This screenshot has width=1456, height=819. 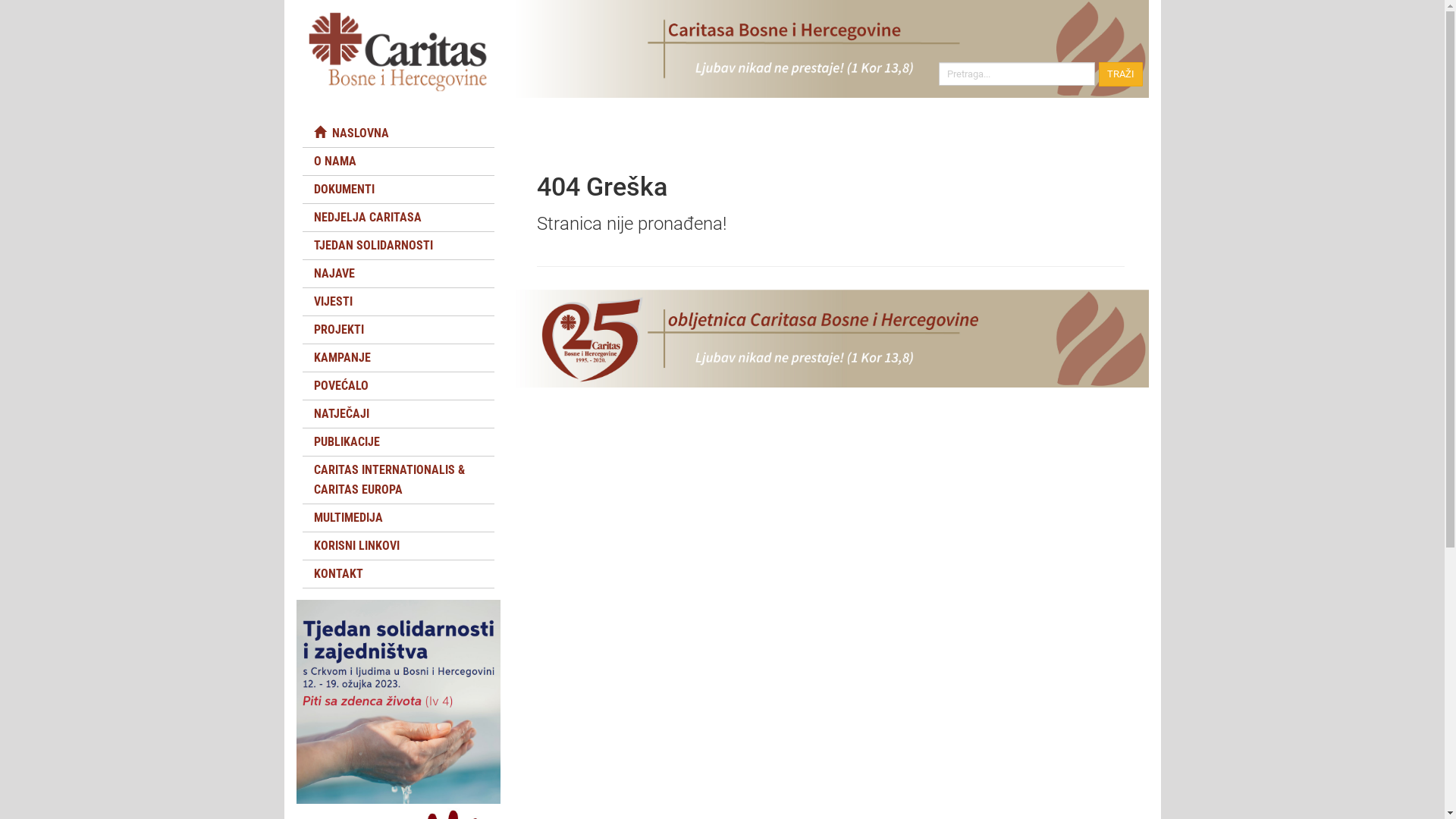 I want to click on 'PUBLIKACIJE', so click(x=397, y=441).